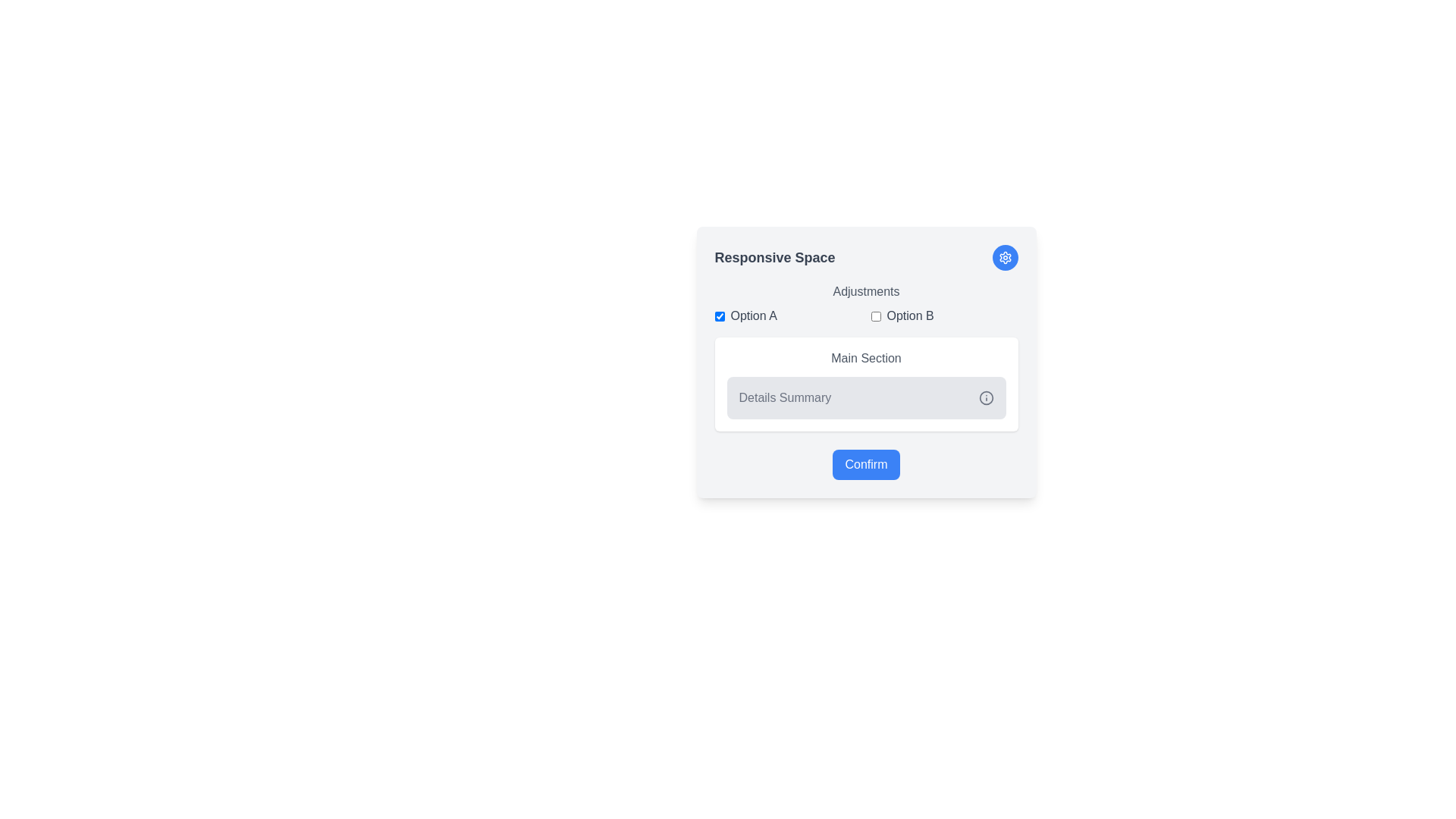 The width and height of the screenshot is (1456, 819). What do you see at coordinates (788, 315) in the screenshot?
I see `the 'Option A' checkbox located in the top left of the 'Responsive Space' dialog under the 'Adjustments' section` at bounding box center [788, 315].